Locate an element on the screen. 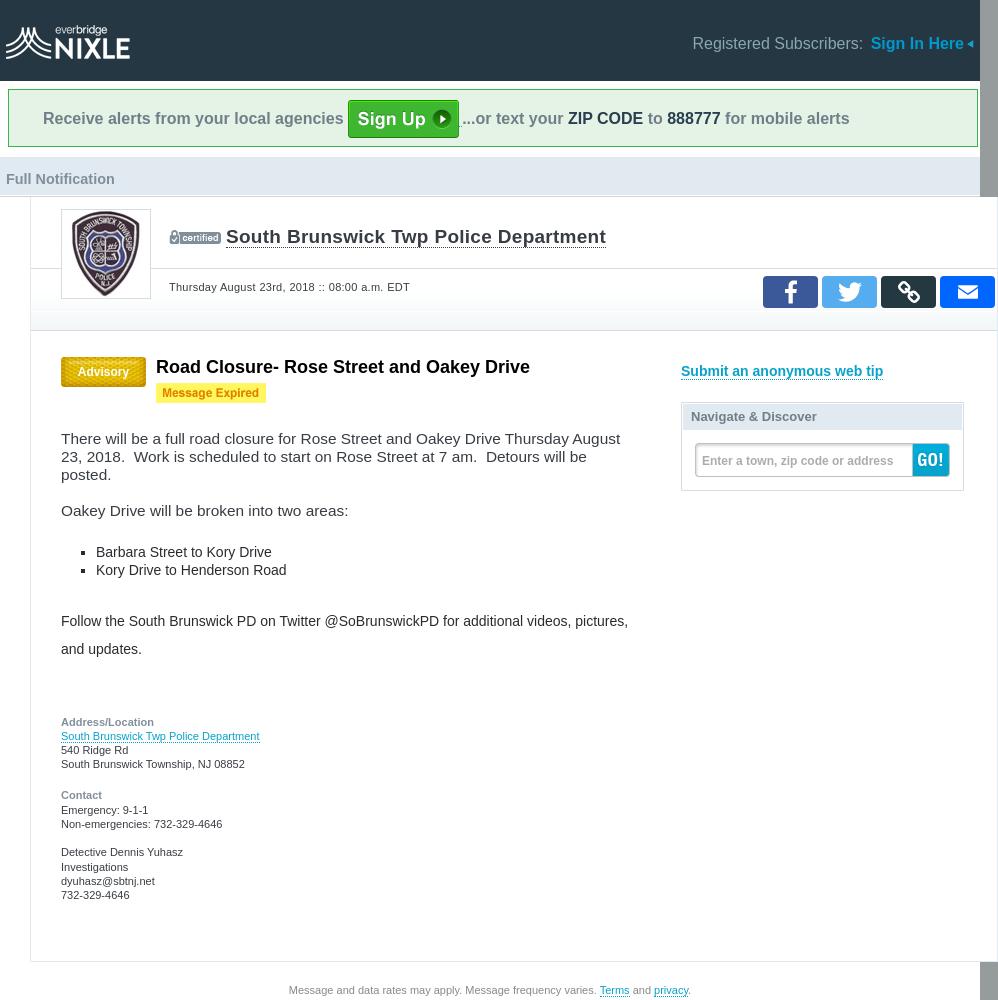 The height and width of the screenshot is (1000, 998). '...or text your' is located at coordinates (514, 116).